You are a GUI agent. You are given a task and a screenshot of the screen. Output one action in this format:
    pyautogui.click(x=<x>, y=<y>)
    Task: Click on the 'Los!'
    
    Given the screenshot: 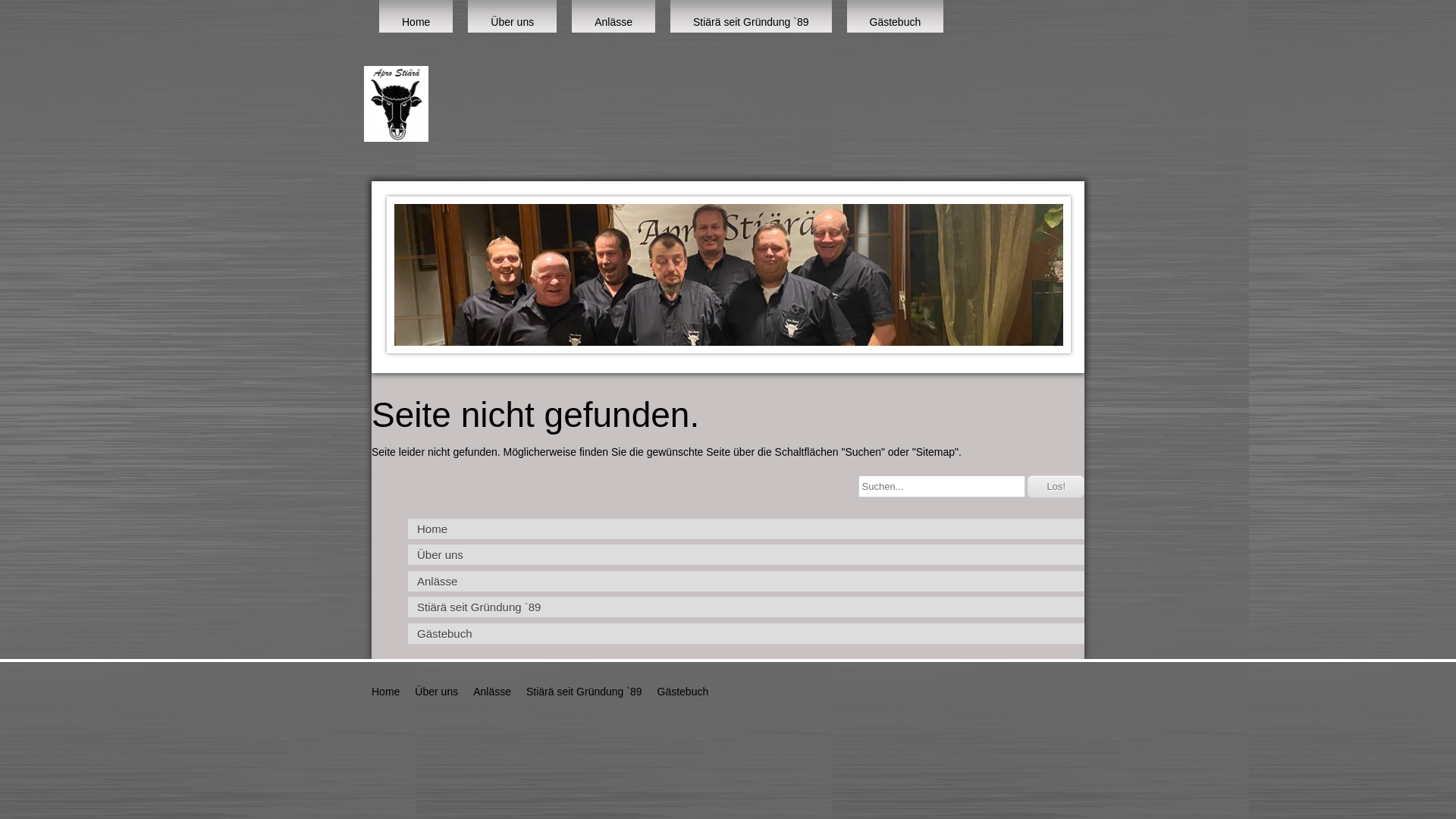 What is the action you would take?
    pyautogui.click(x=1027, y=486)
    